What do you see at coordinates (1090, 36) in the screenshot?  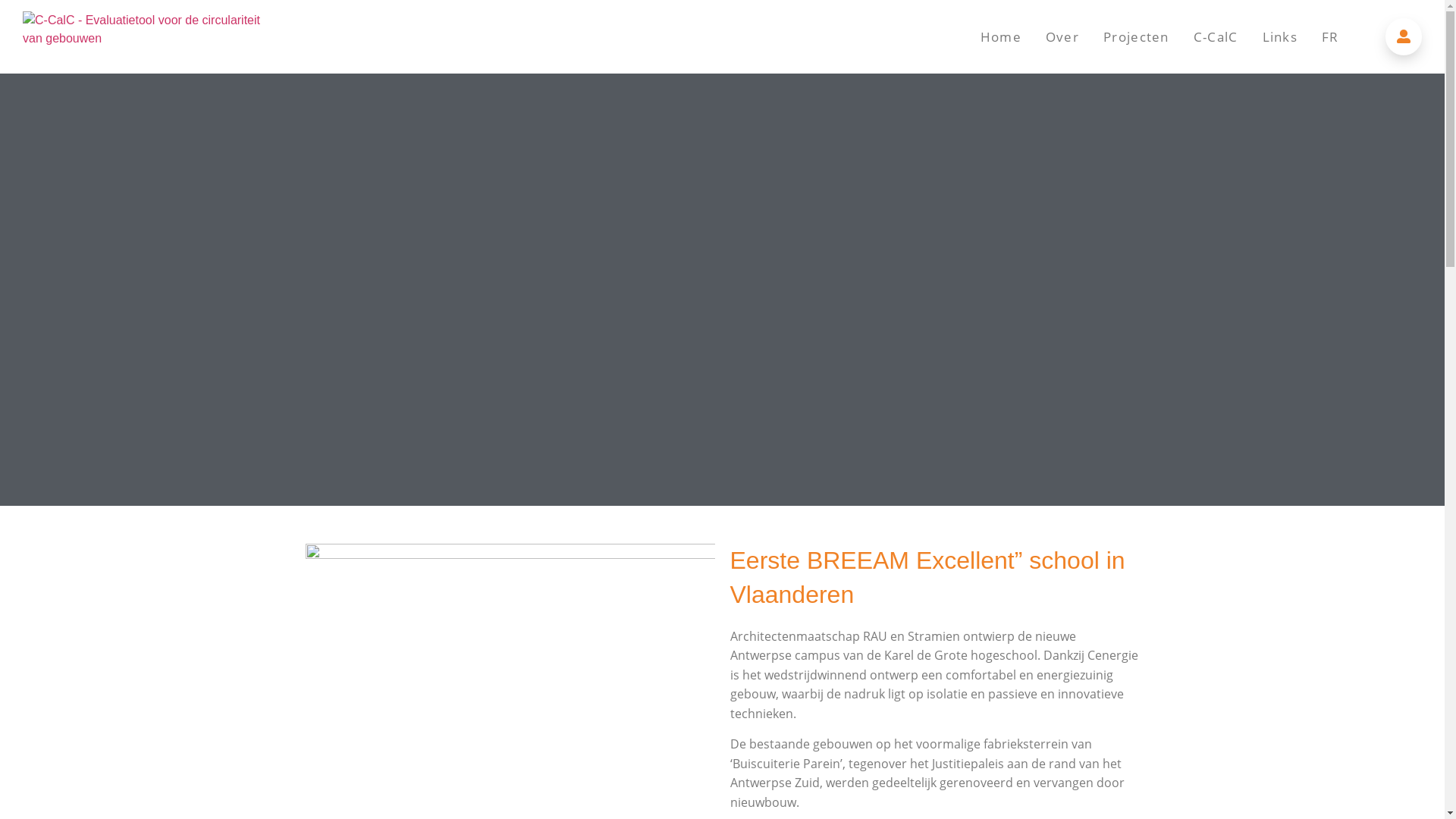 I see `'Projecten'` at bounding box center [1090, 36].